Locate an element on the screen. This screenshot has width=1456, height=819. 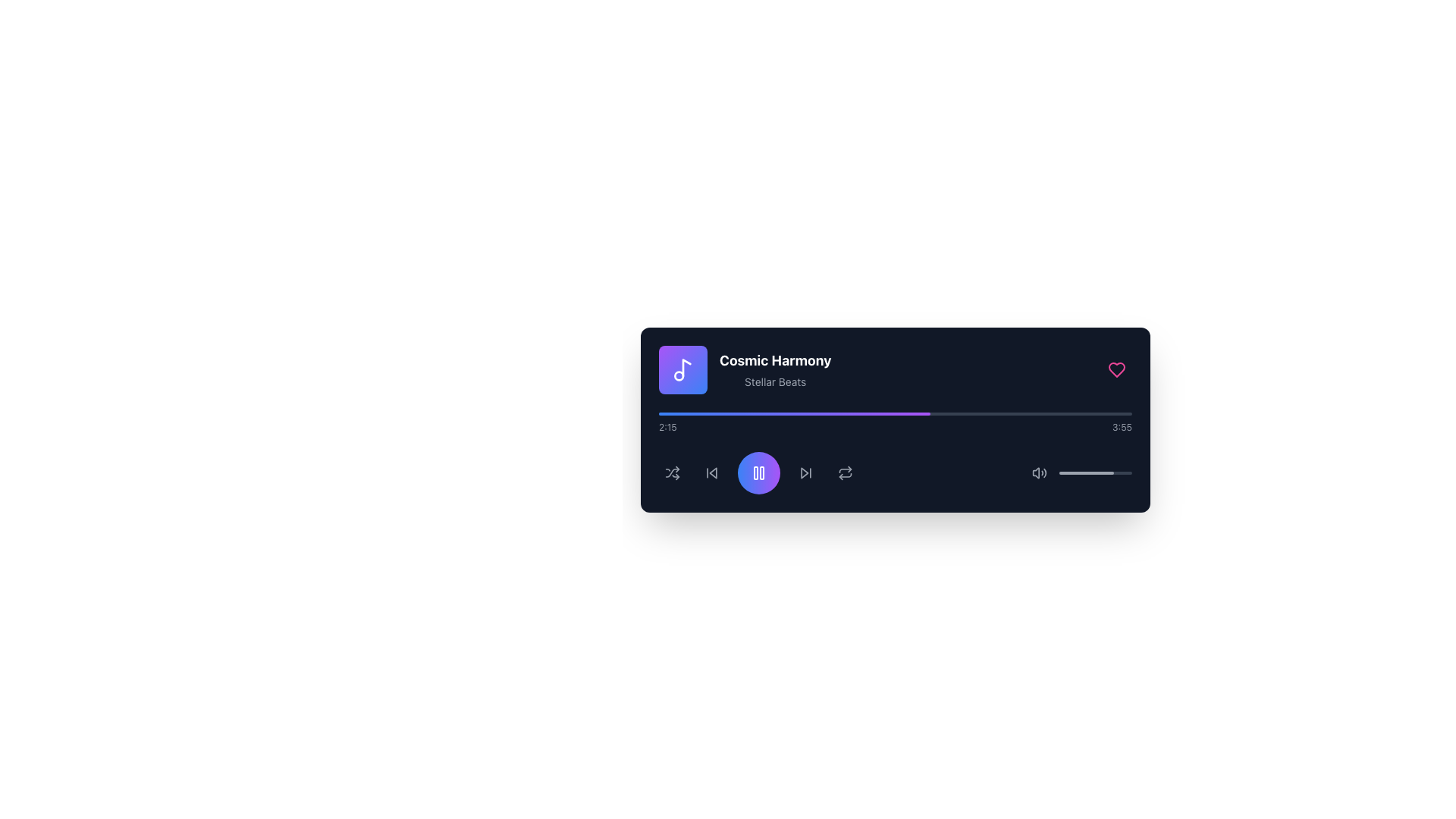
the Volume indicator icon is located at coordinates (1039, 472).